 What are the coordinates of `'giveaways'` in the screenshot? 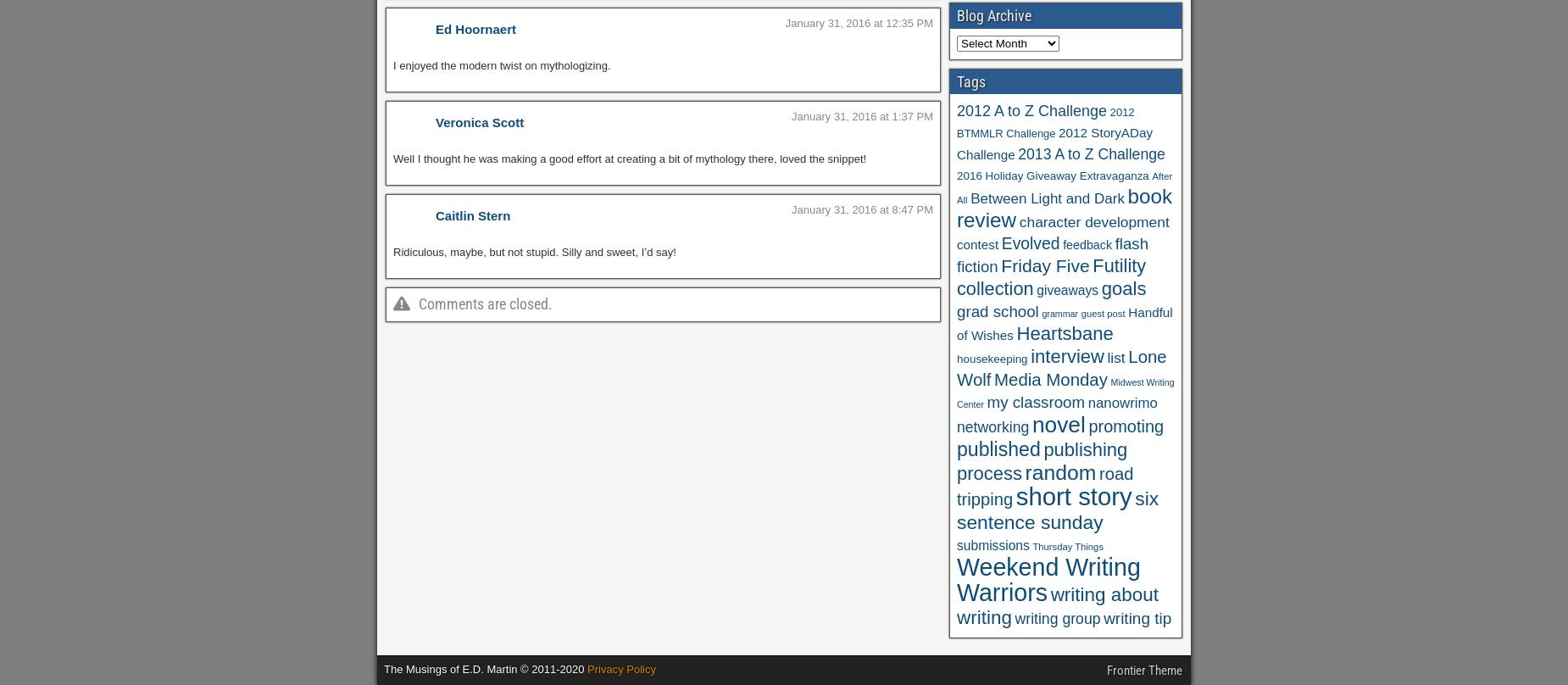 It's located at (1066, 289).